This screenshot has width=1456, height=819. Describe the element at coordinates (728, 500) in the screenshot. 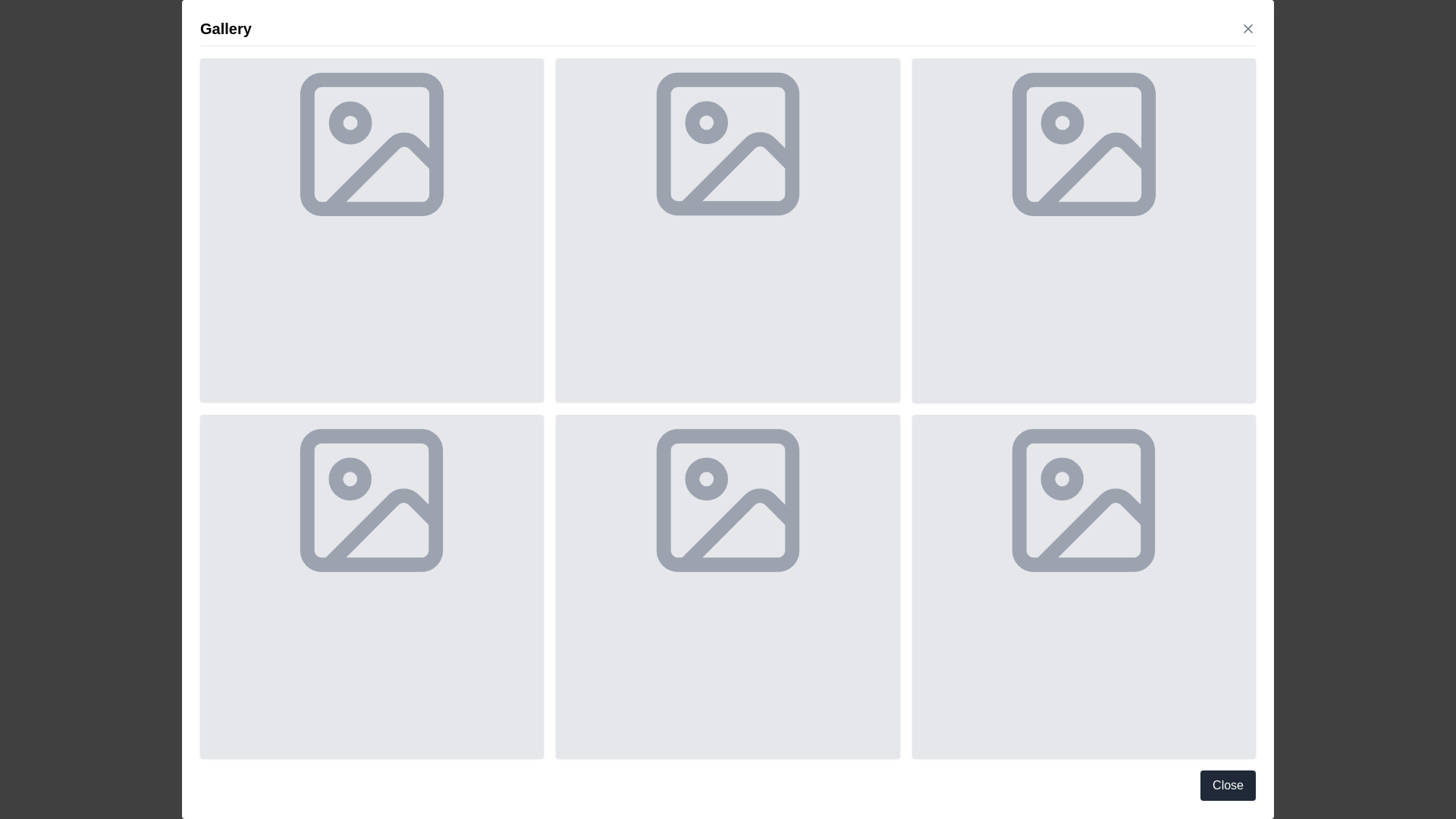

I see `the picture frame icon, which is the third element in the second row of a grid of six similar items, to interact with it` at that location.